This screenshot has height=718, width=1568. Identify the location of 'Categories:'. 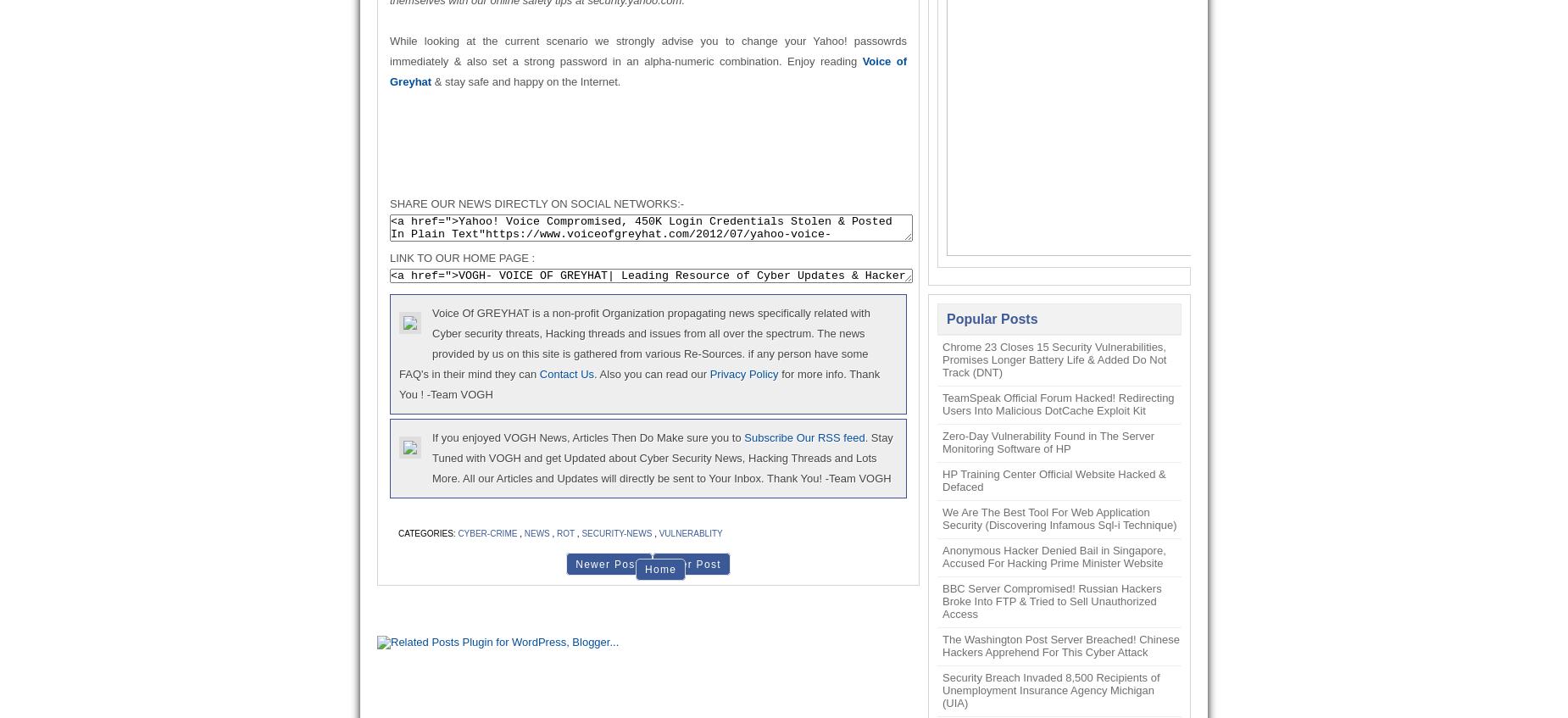
(398, 532).